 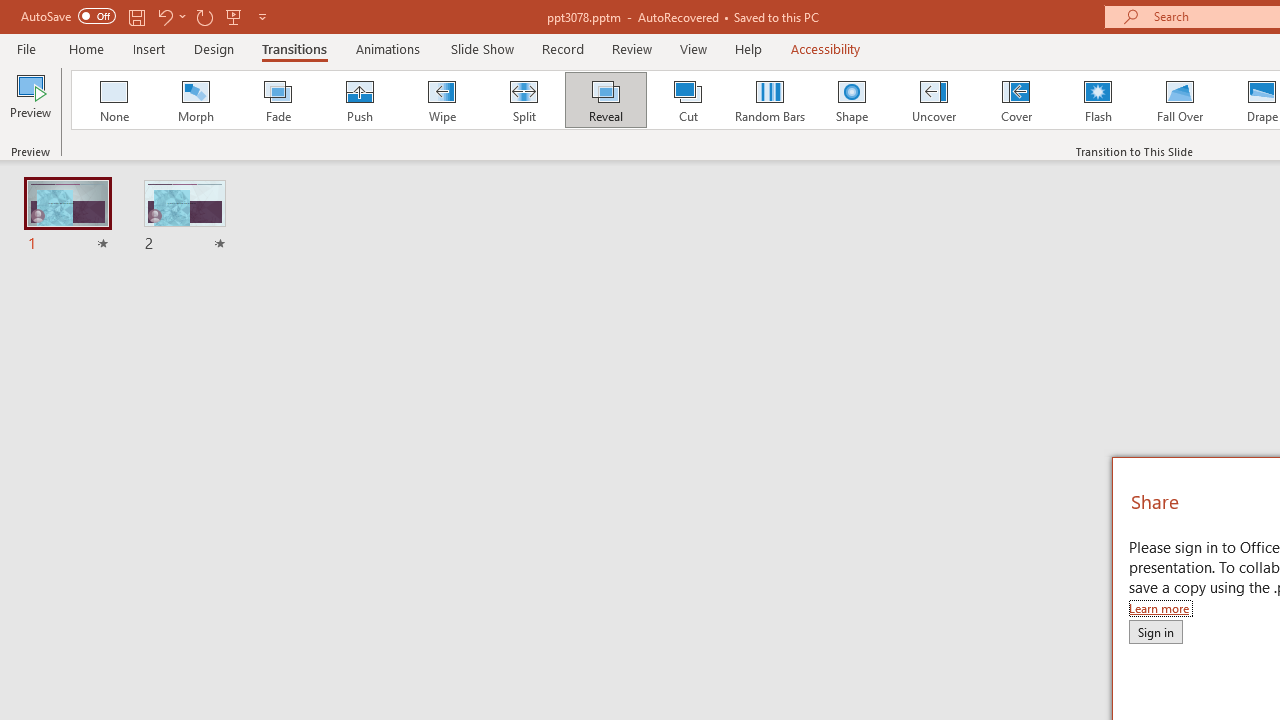 I want to click on 'Uncover', so click(x=933, y=100).